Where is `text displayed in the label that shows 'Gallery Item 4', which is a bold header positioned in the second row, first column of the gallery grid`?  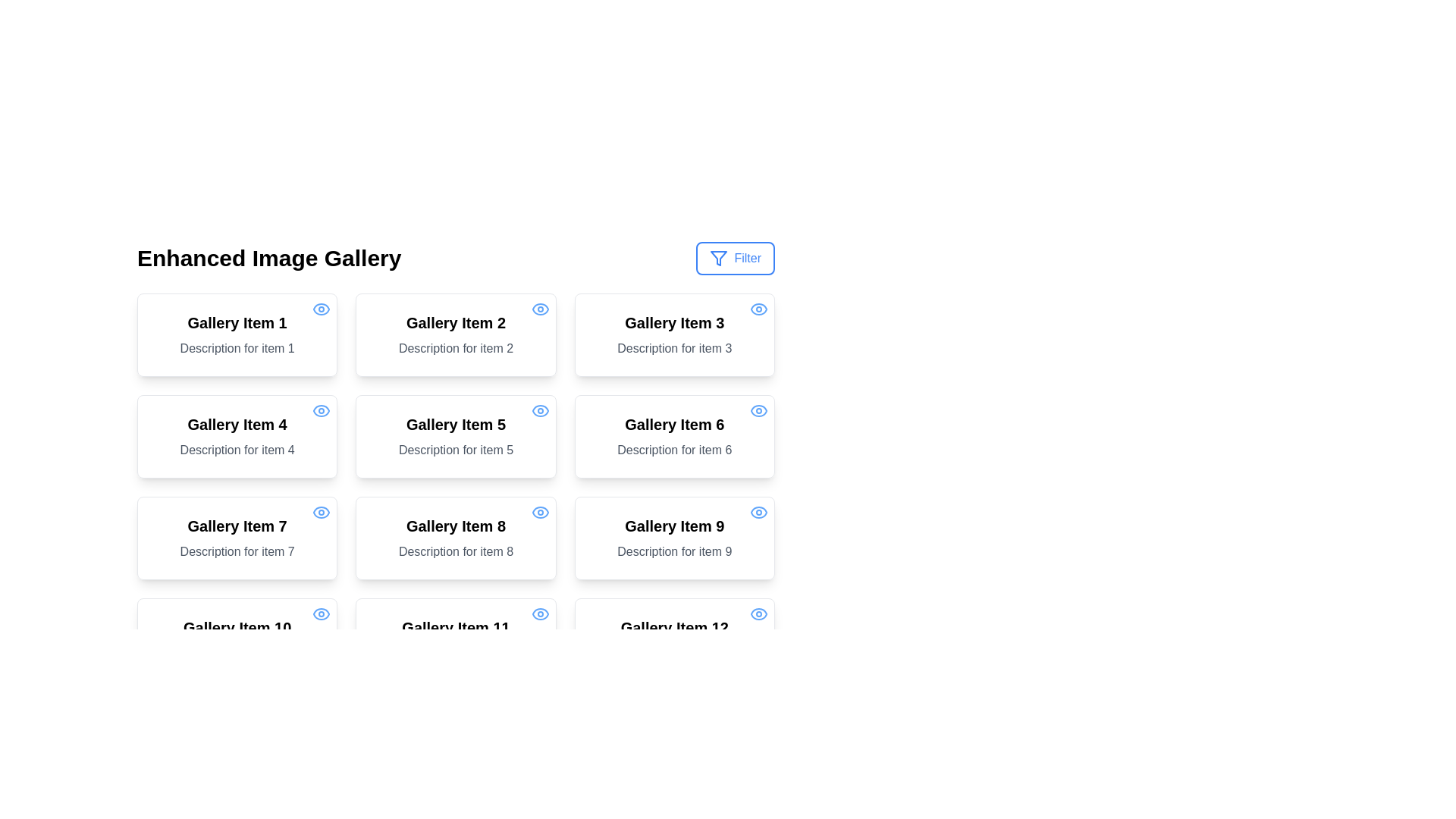 text displayed in the label that shows 'Gallery Item 4', which is a bold header positioned in the second row, first column of the gallery grid is located at coordinates (237, 424).